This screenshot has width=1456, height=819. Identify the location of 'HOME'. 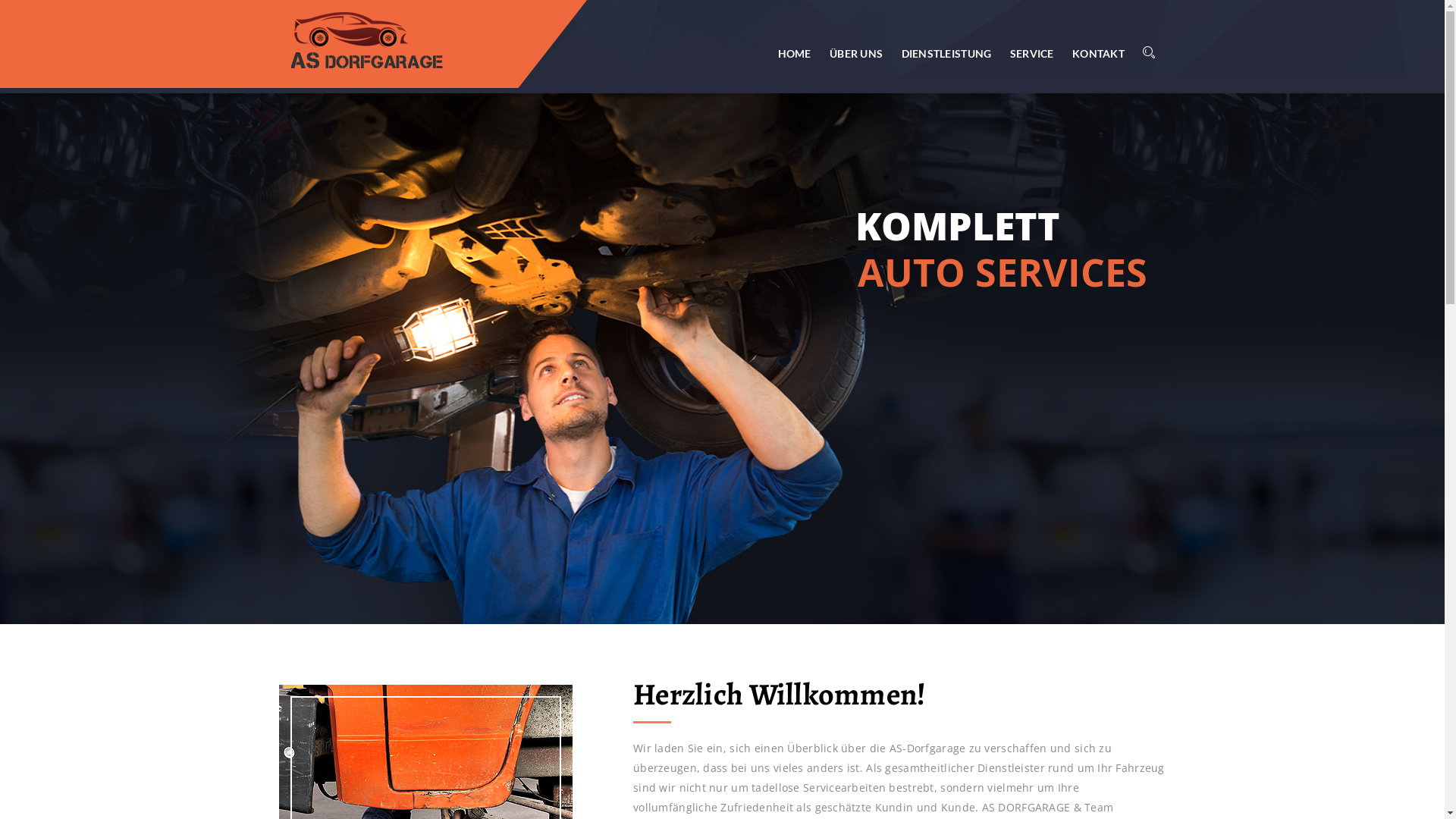
(770, 52).